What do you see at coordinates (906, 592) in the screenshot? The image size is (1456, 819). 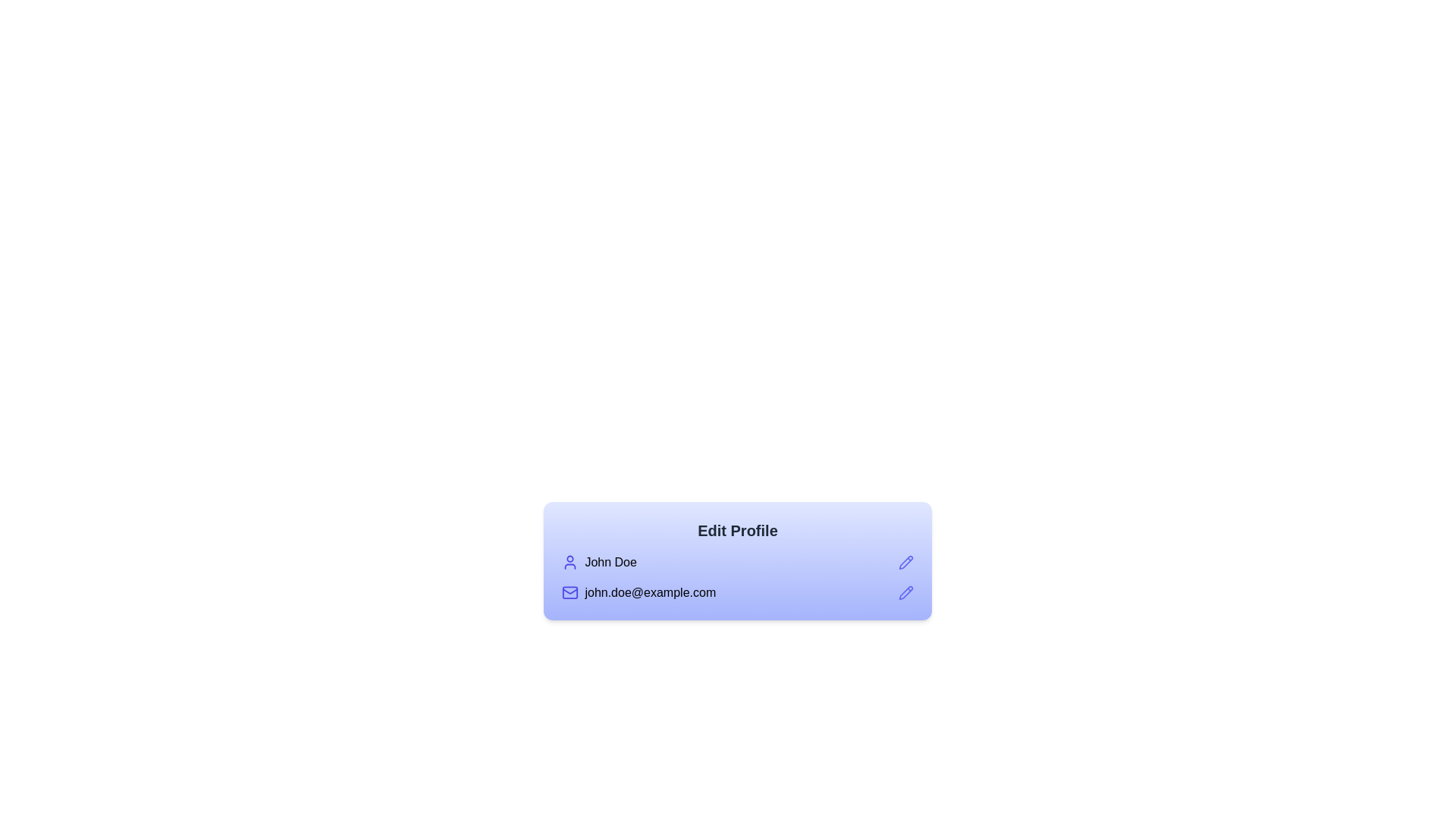 I see `the edit button located to the far right of the text 'john.doe@example.com'` at bounding box center [906, 592].